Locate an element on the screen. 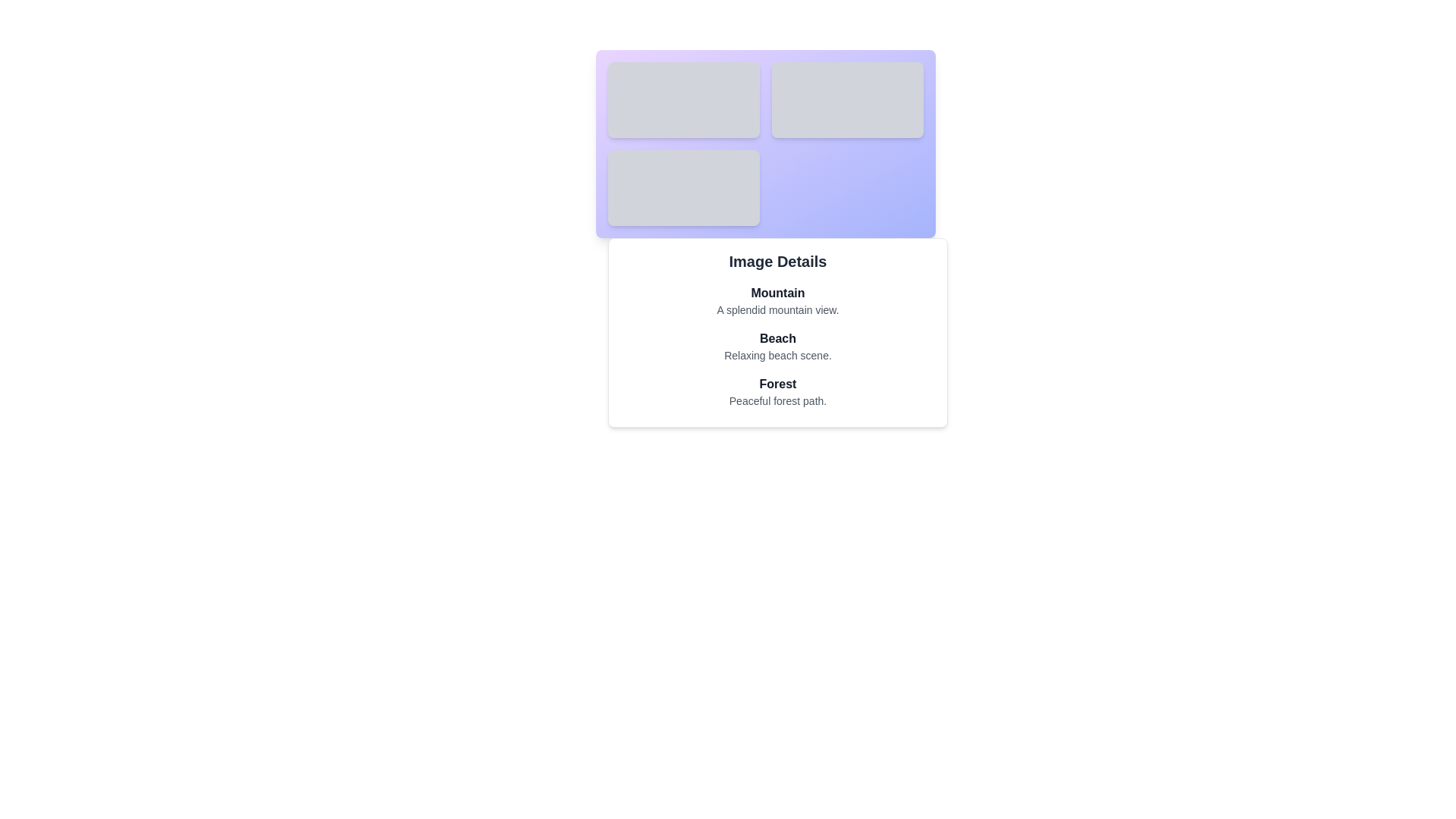 This screenshot has height=819, width=1456. the title text located at the top-center of the white card with rounded corners and shadow styling is located at coordinates (778, 260).